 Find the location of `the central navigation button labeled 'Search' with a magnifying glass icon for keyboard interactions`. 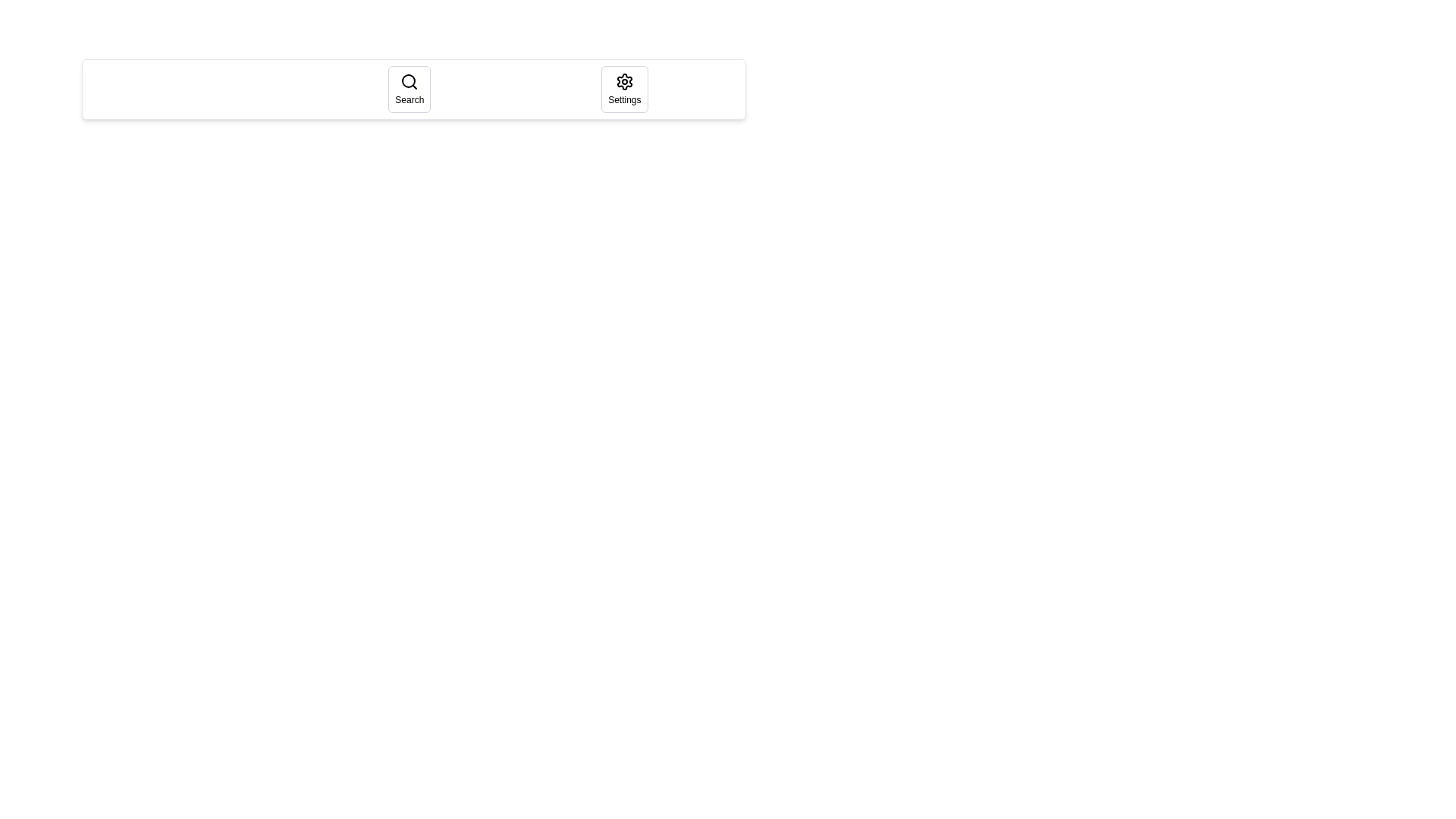

the central navigation button labeled 'Search' with a magnifying glass icon for keyboard interactions is located at coordinates (414, 89).